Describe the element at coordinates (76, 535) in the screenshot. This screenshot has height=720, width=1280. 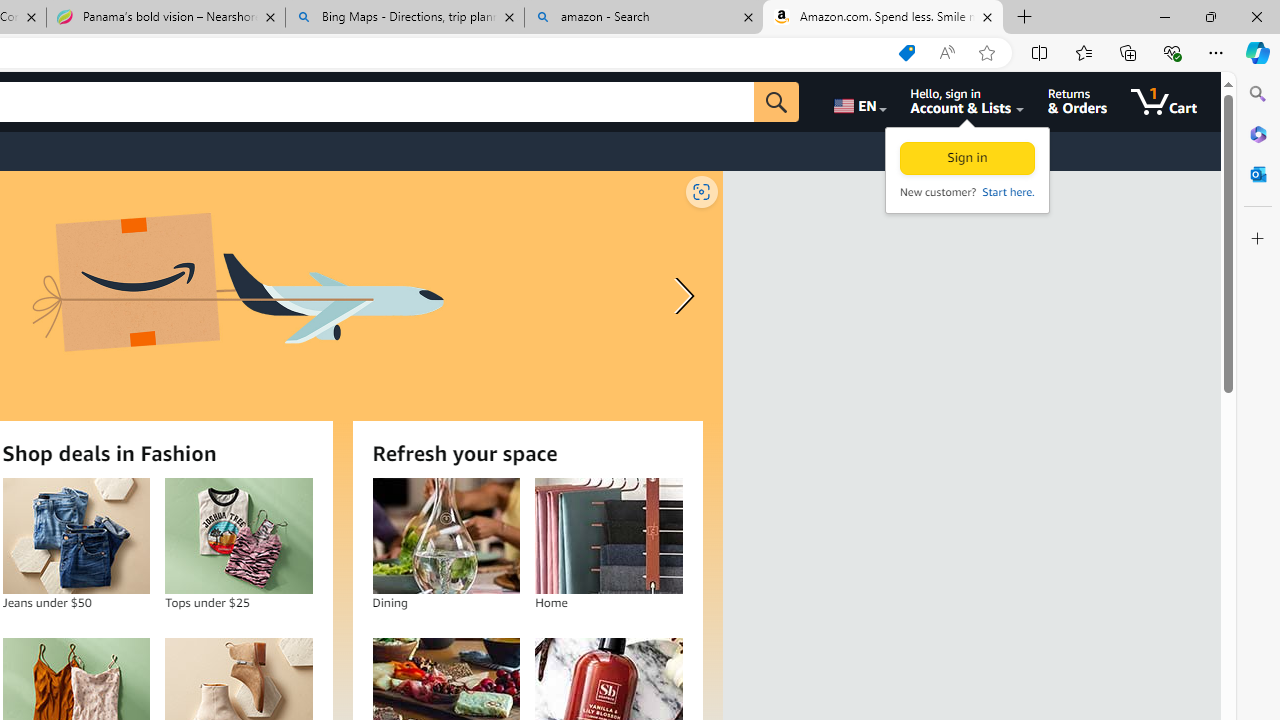
I see `'Jeans under $50'` at that location.